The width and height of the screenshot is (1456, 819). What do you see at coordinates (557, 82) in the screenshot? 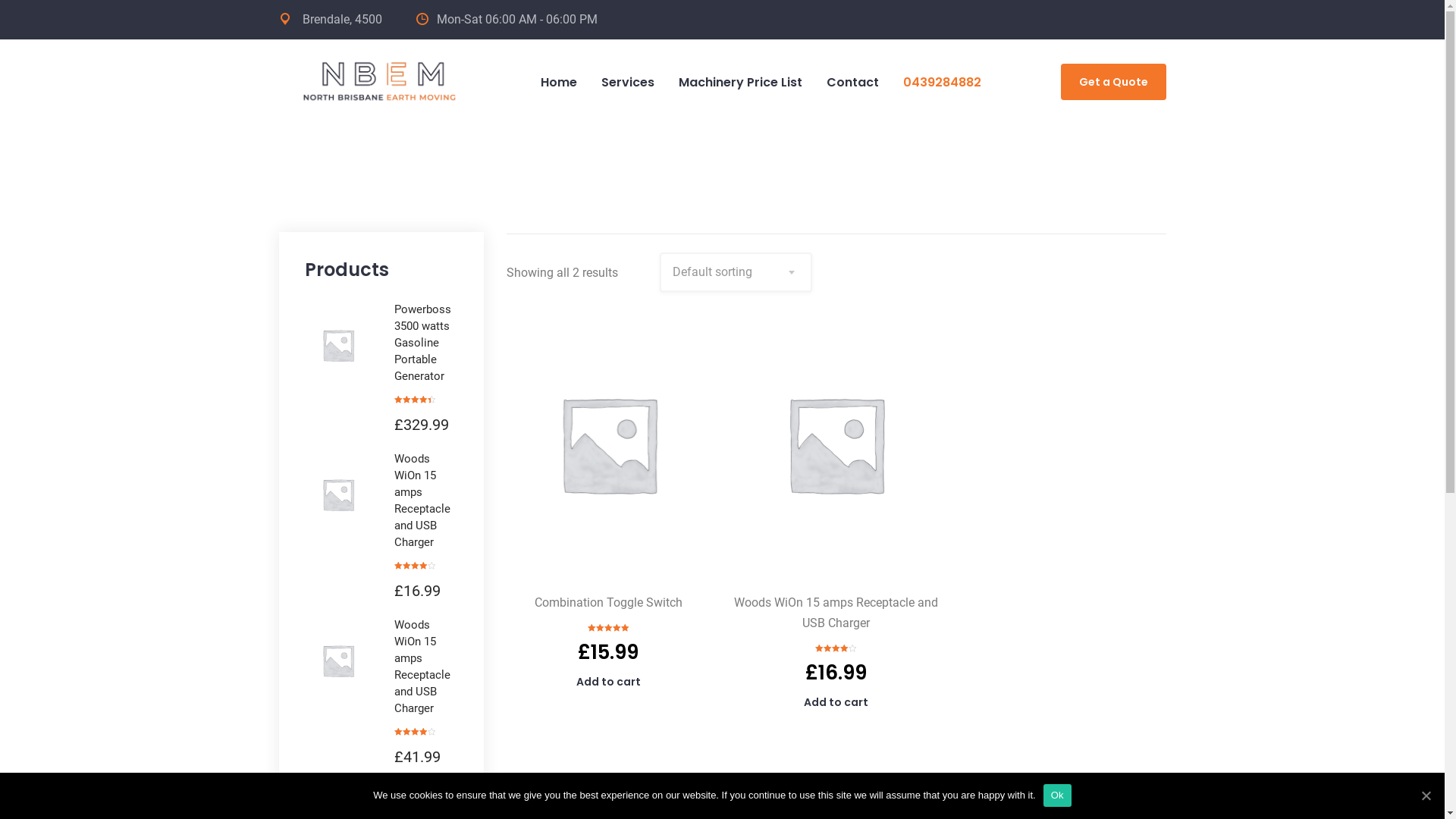
I see `'Home'` at bounding box center [557, 82].